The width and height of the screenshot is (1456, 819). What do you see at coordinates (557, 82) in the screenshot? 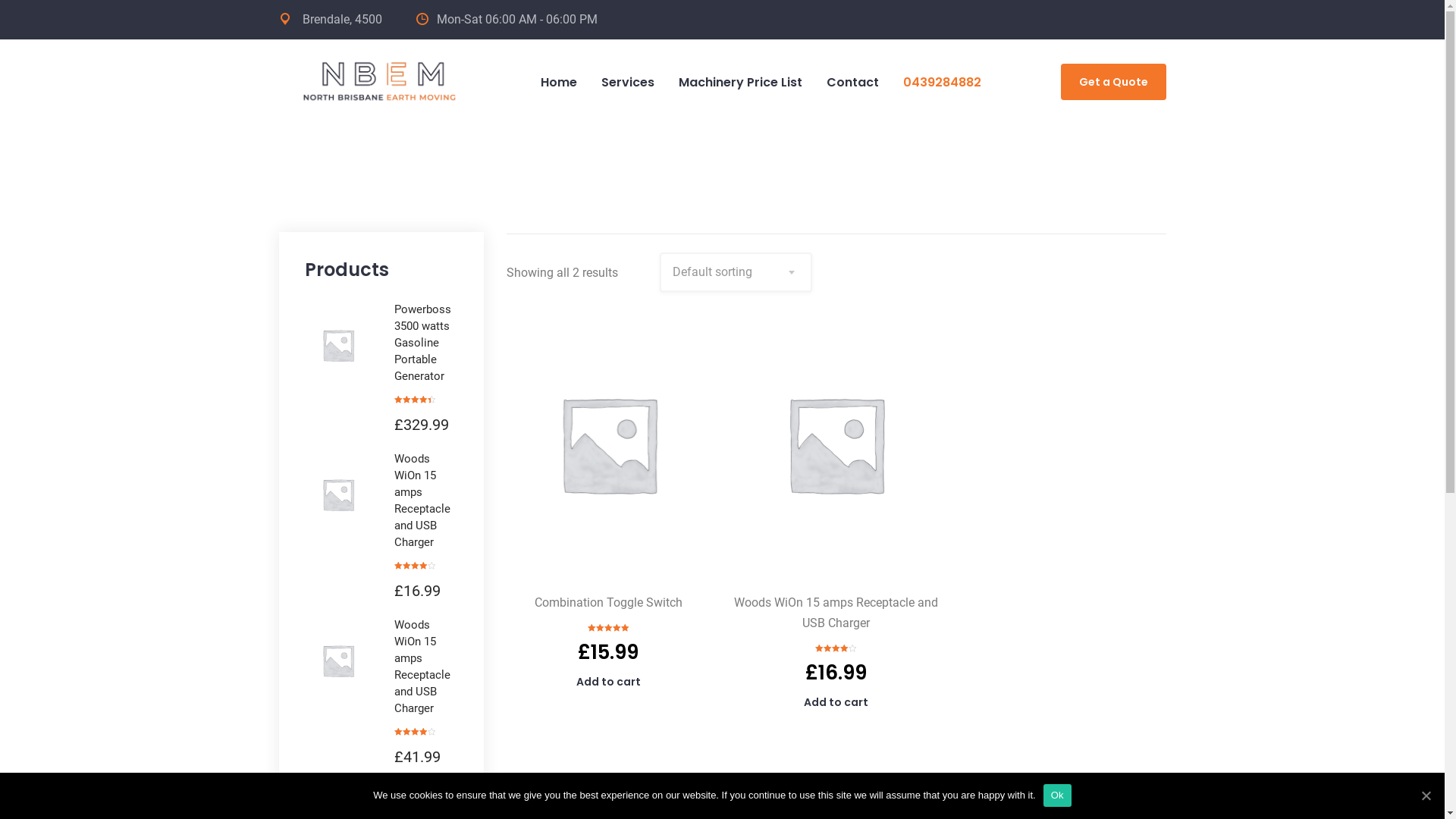
I see `'Home'` at bounding box center [557, 82].